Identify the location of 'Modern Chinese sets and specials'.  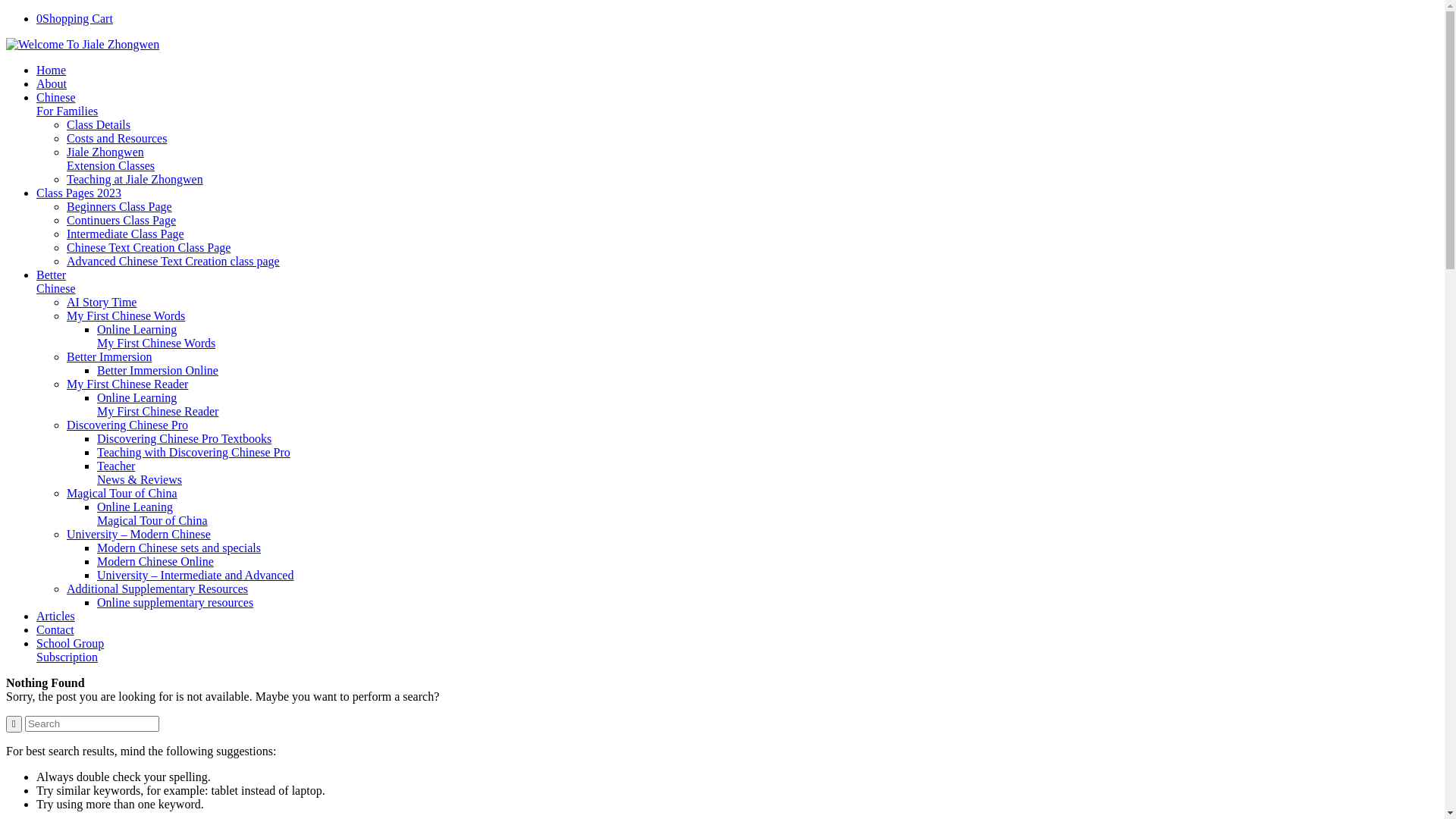
(178, 548).